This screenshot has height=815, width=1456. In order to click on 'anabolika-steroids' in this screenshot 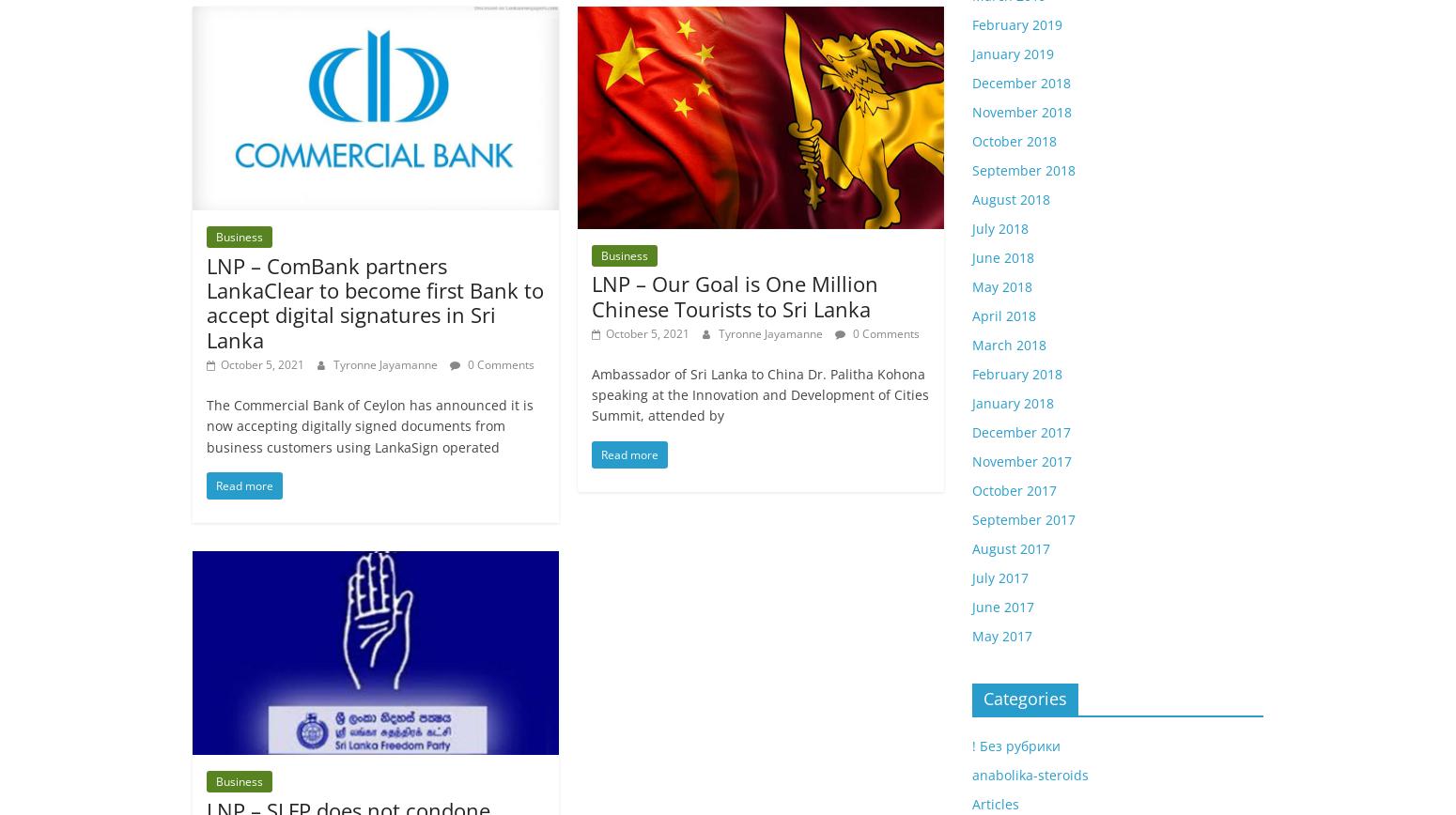, I will do `click(971, 774)`.